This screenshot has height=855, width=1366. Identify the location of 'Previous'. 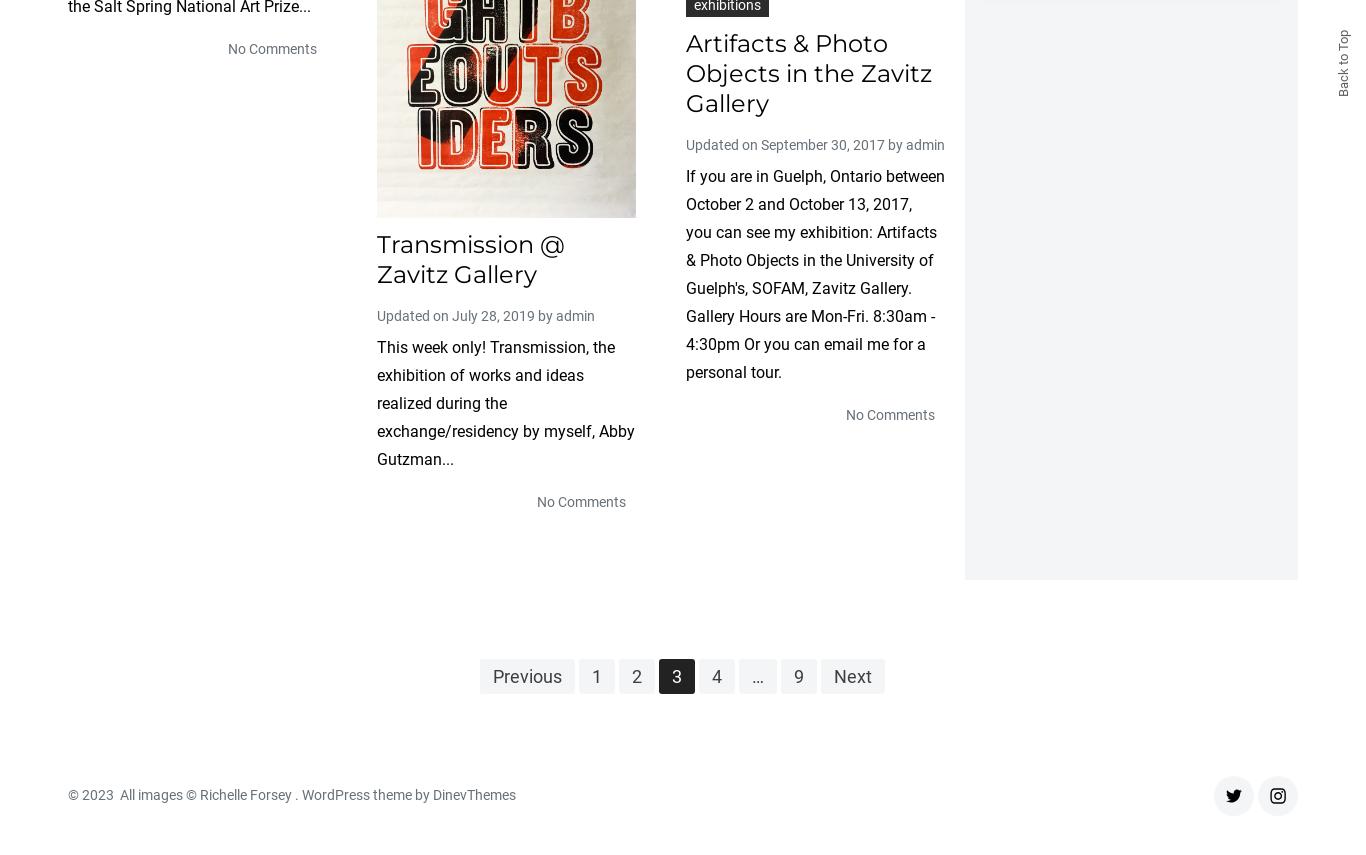
(527, 675).